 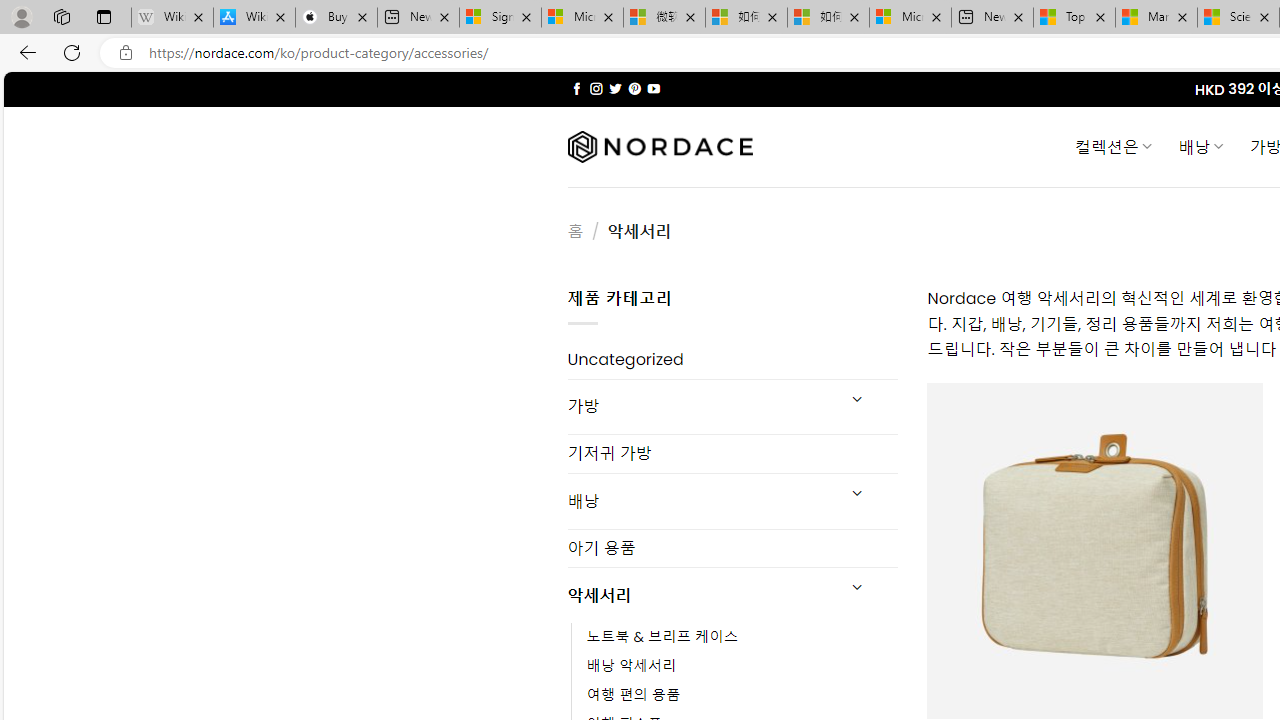 I want to click on 'Microsoft account | Account Checkup', so click(x=909, y=17).